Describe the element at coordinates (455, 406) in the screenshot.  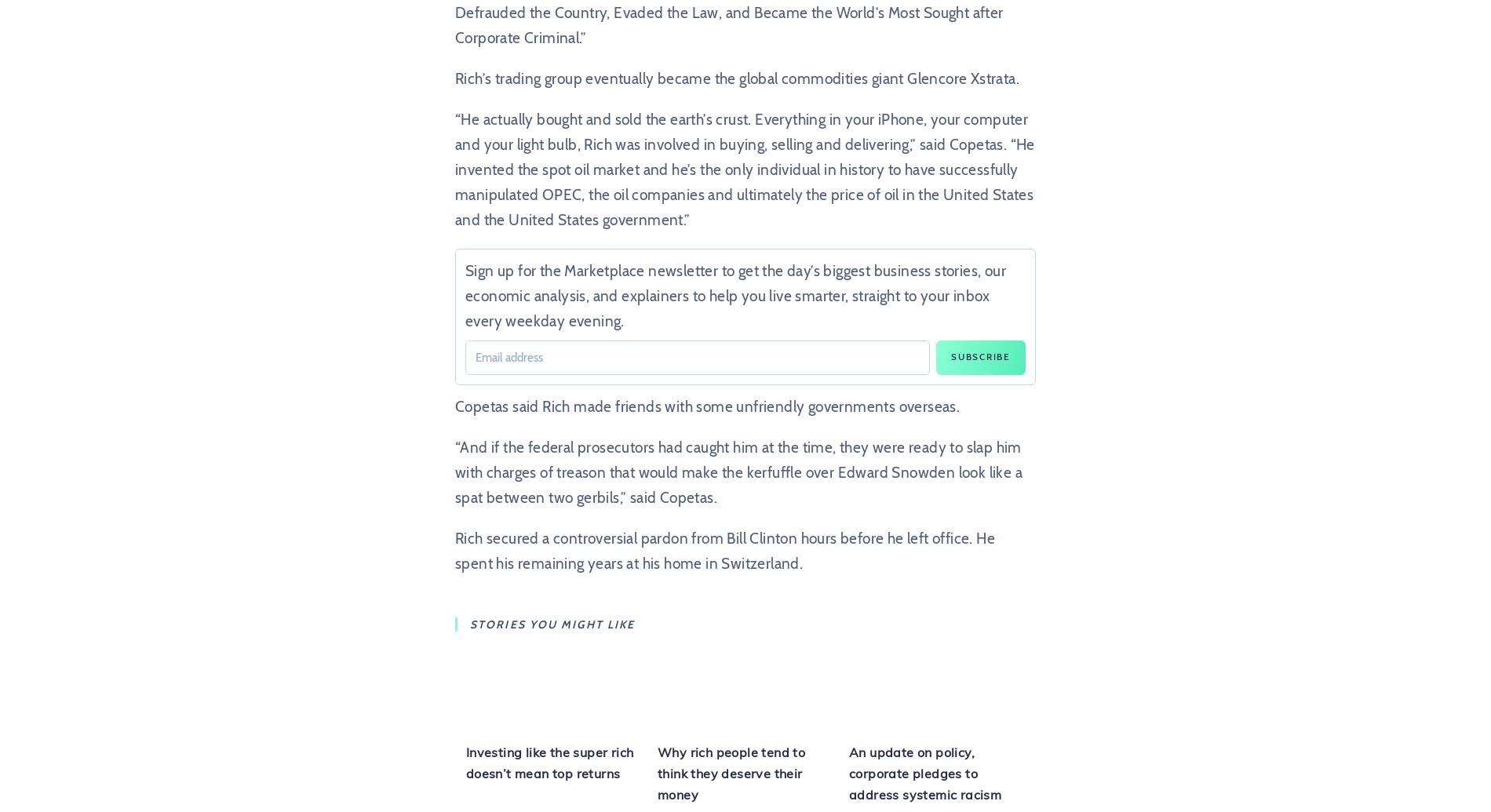
I see `'Copetas said Rich made friends with some unfriendly governments overseas.'` at that location.